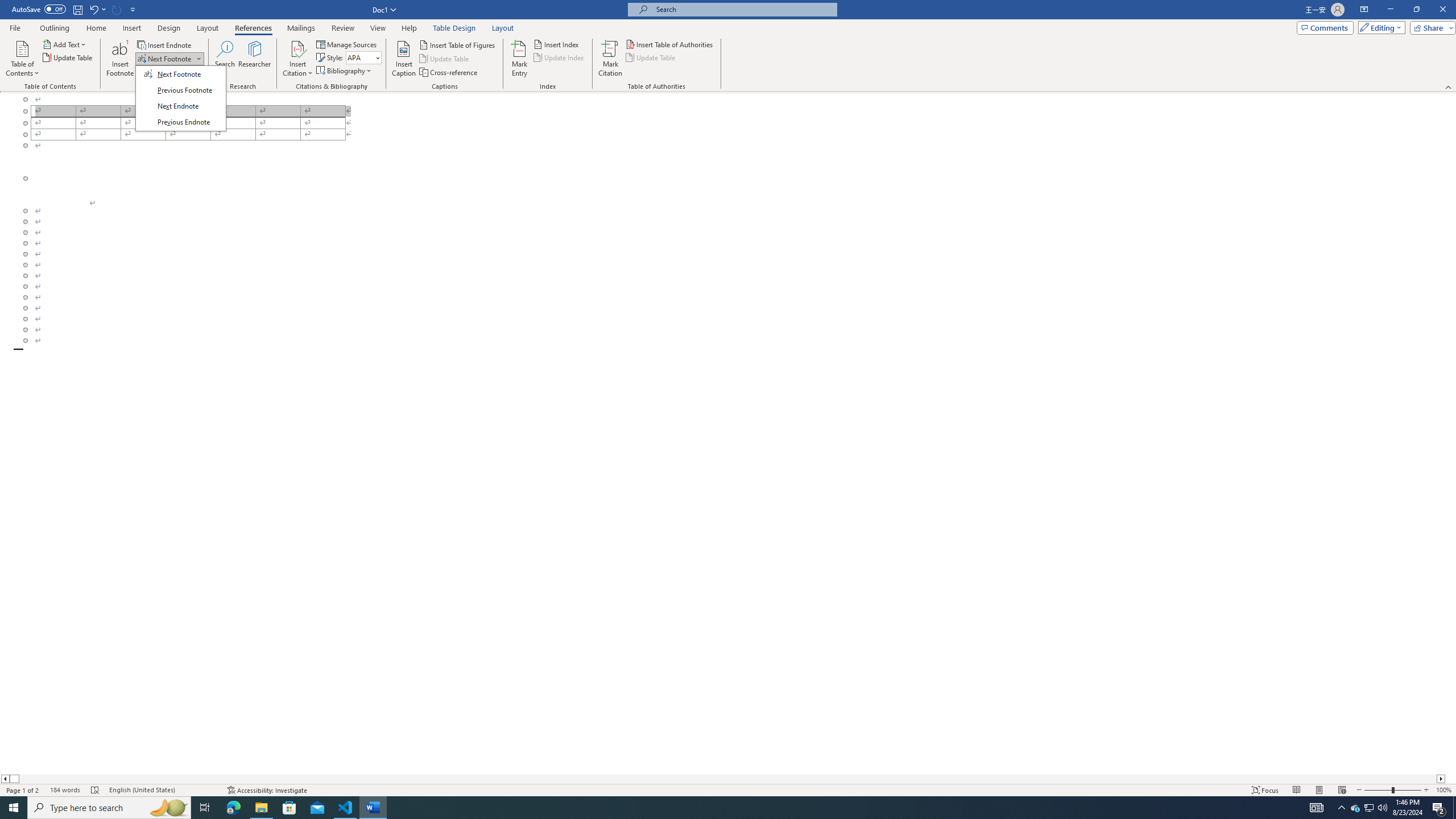 This screenshot has height=819, width=1456. Describe the element at coordinates (1342, 806) in the screenshot. I see `'Notification Chevron'` at that location.